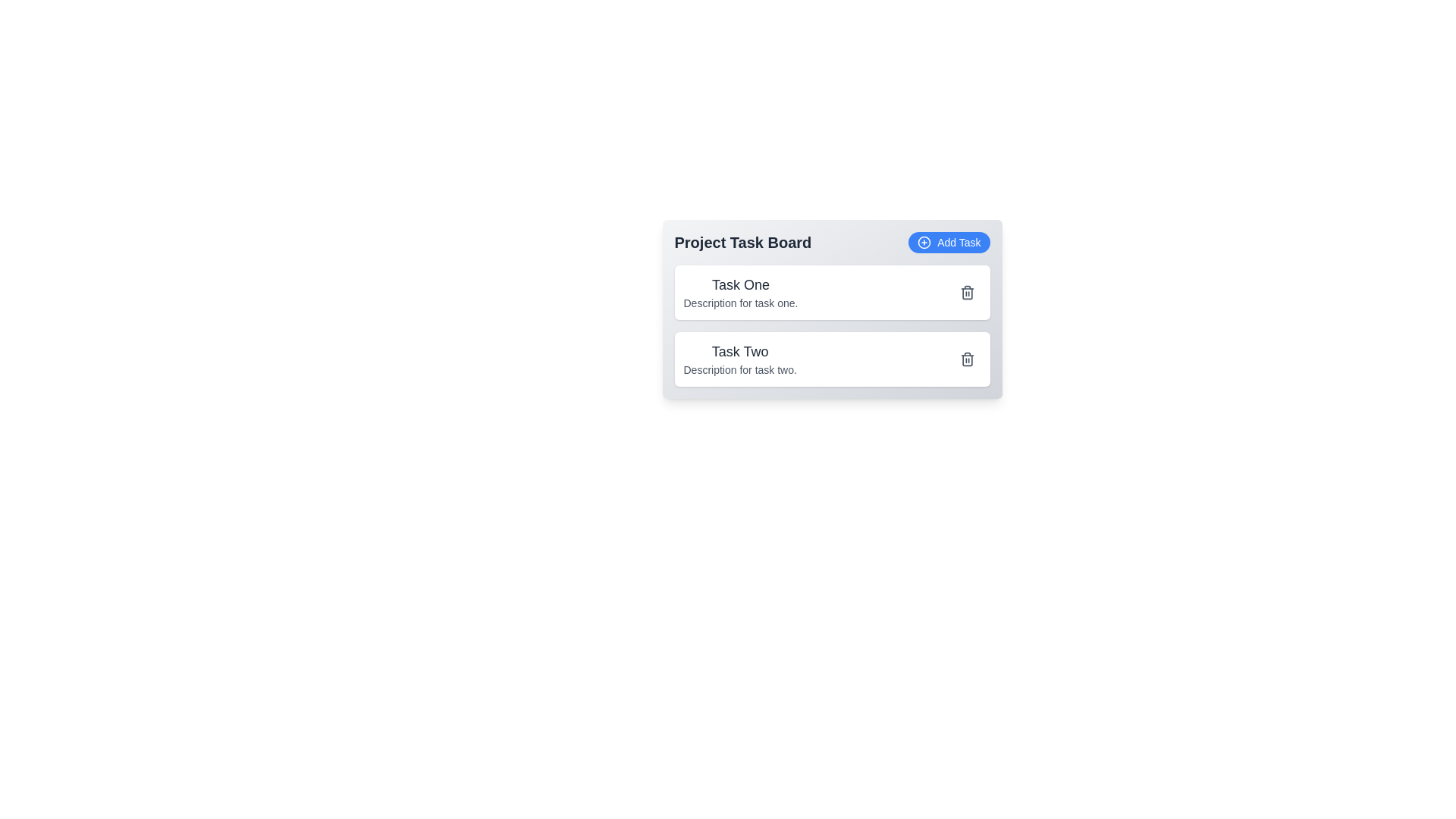 The height and width of the screenshot is (819, 1456). What do you see at coordinates (740, 359) in the screenshot?
I see `the text label displaying the task title 'Task Two' and its description 'Description for task two.' in the 'Project Task Board' interface` at bounding box center [740, 359].